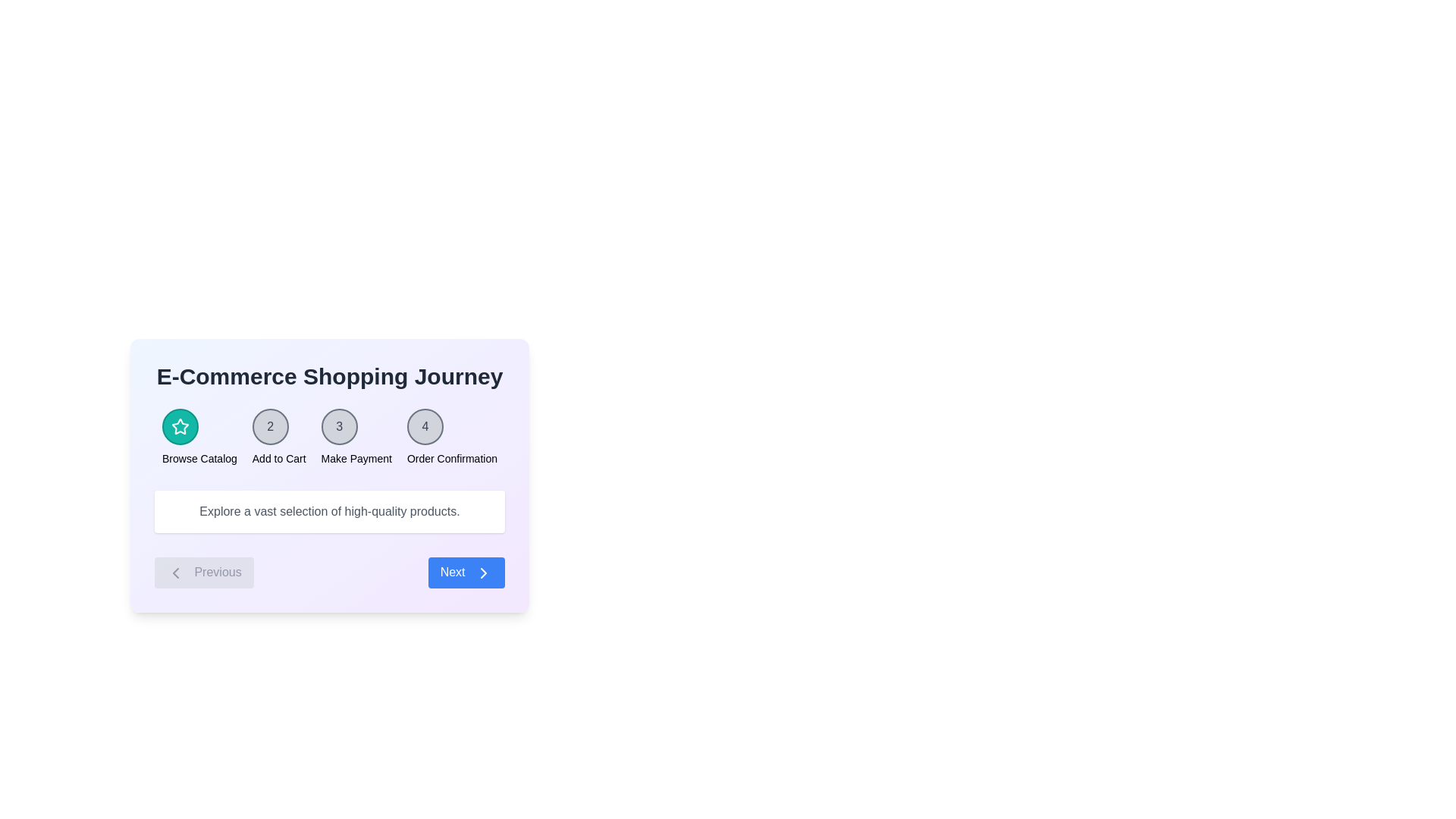 Image resolution: width=1456 pixels, height=819 pixels. What do you see at coordinates (483, 573) in the screenshot?
I see `the SVG icon embedded within the blue 'Next' button located at the bottom-right of the card interface` at bounding box center [483, 573].